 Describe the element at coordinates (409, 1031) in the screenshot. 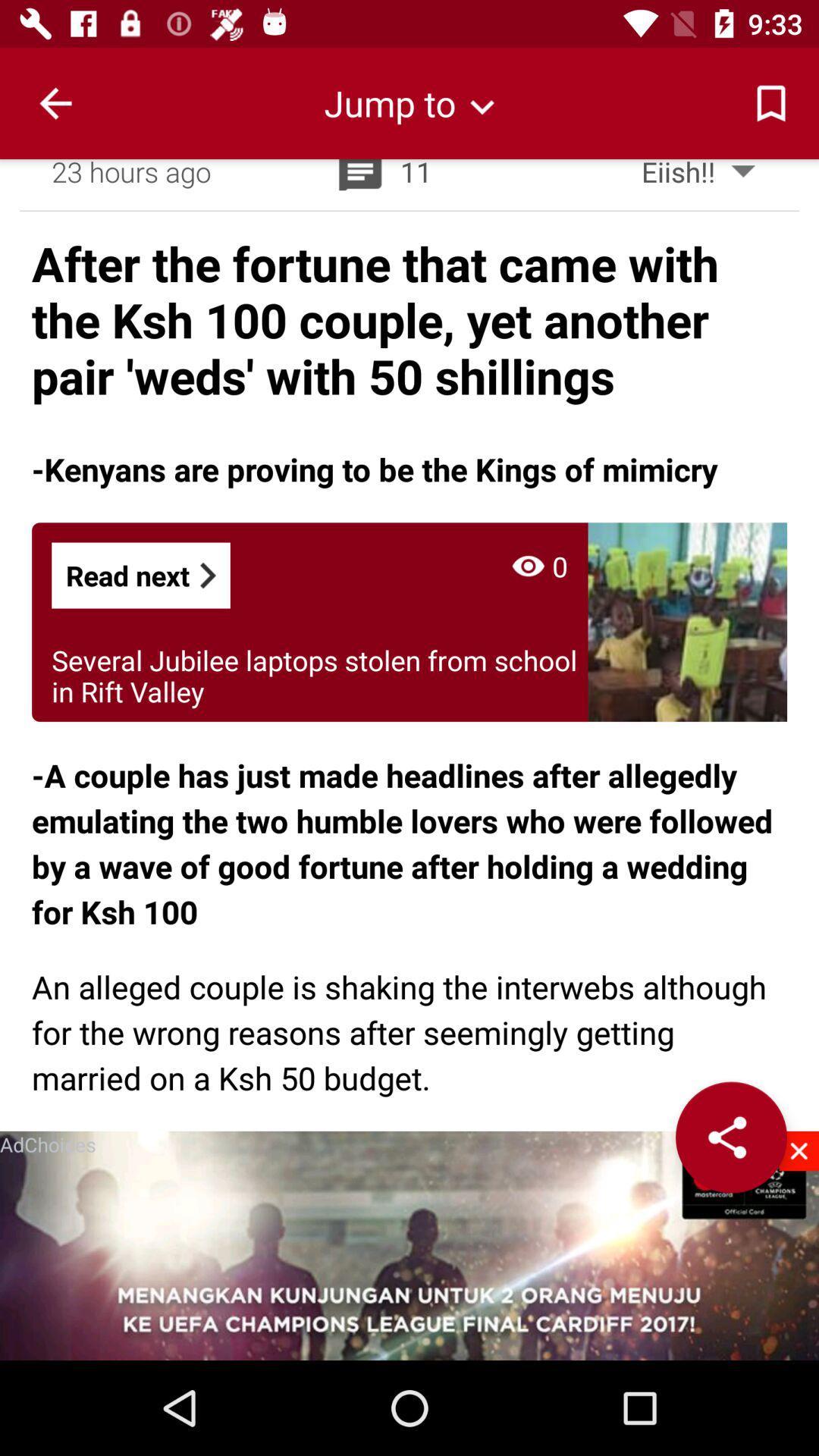

I see `the an alleged couple app` at that location.